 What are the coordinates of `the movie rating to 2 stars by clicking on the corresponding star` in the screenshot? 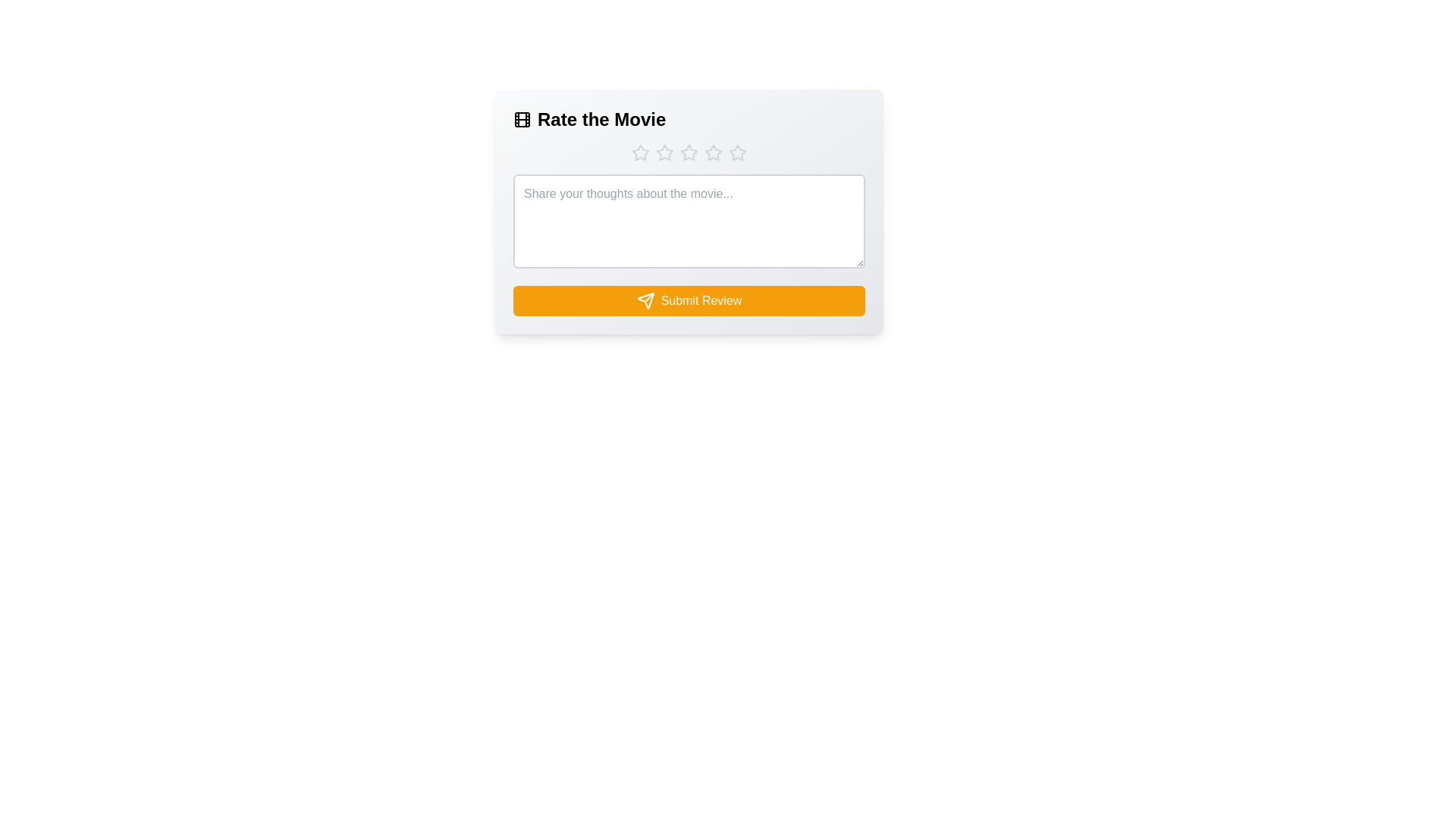 It's located at (665, 152).